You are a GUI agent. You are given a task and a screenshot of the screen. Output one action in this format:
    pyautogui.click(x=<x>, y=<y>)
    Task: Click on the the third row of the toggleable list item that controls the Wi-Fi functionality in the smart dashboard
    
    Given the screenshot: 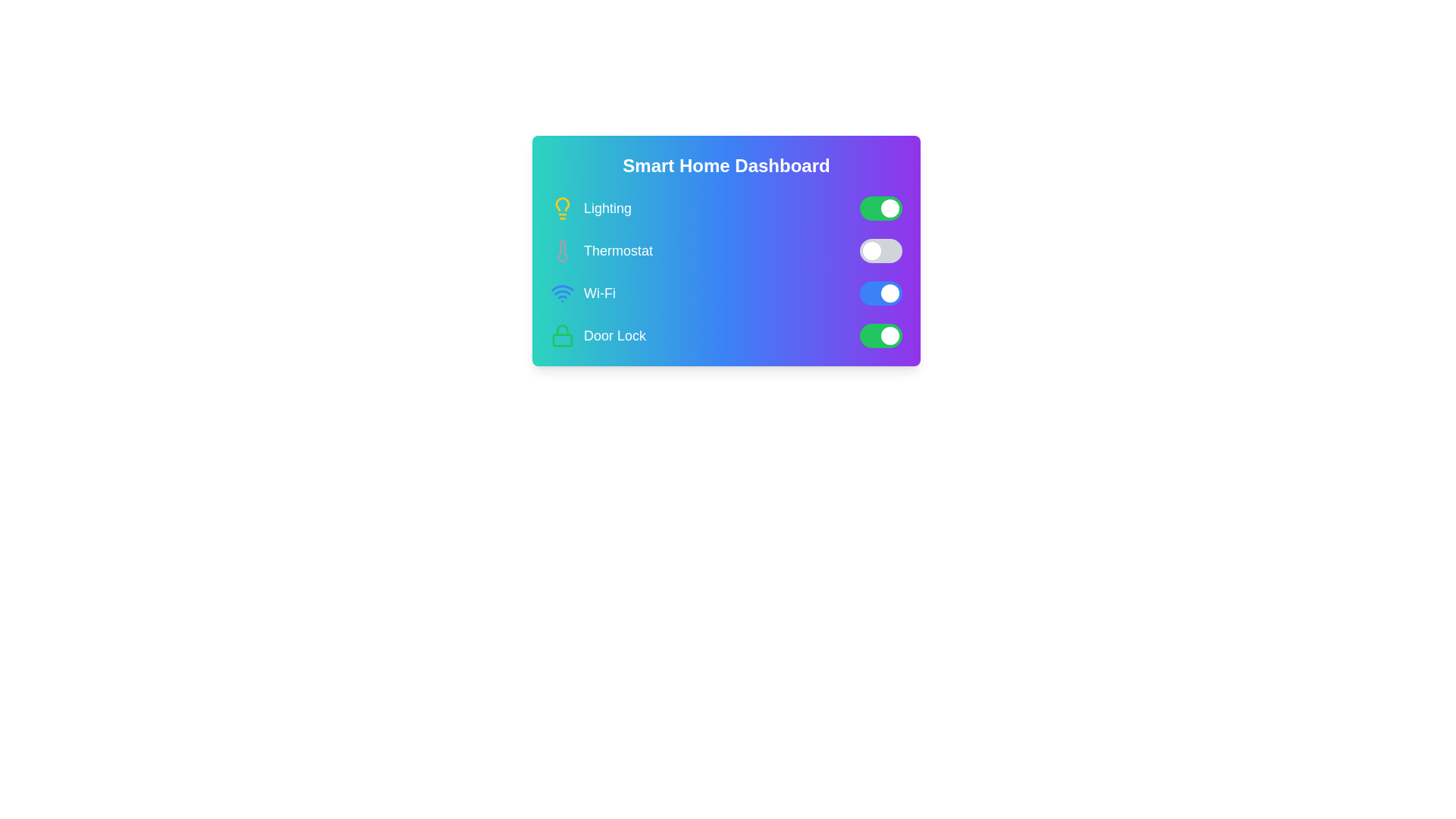 What is the action you would take?
    pyautogui.click(x=726, y=293)
    